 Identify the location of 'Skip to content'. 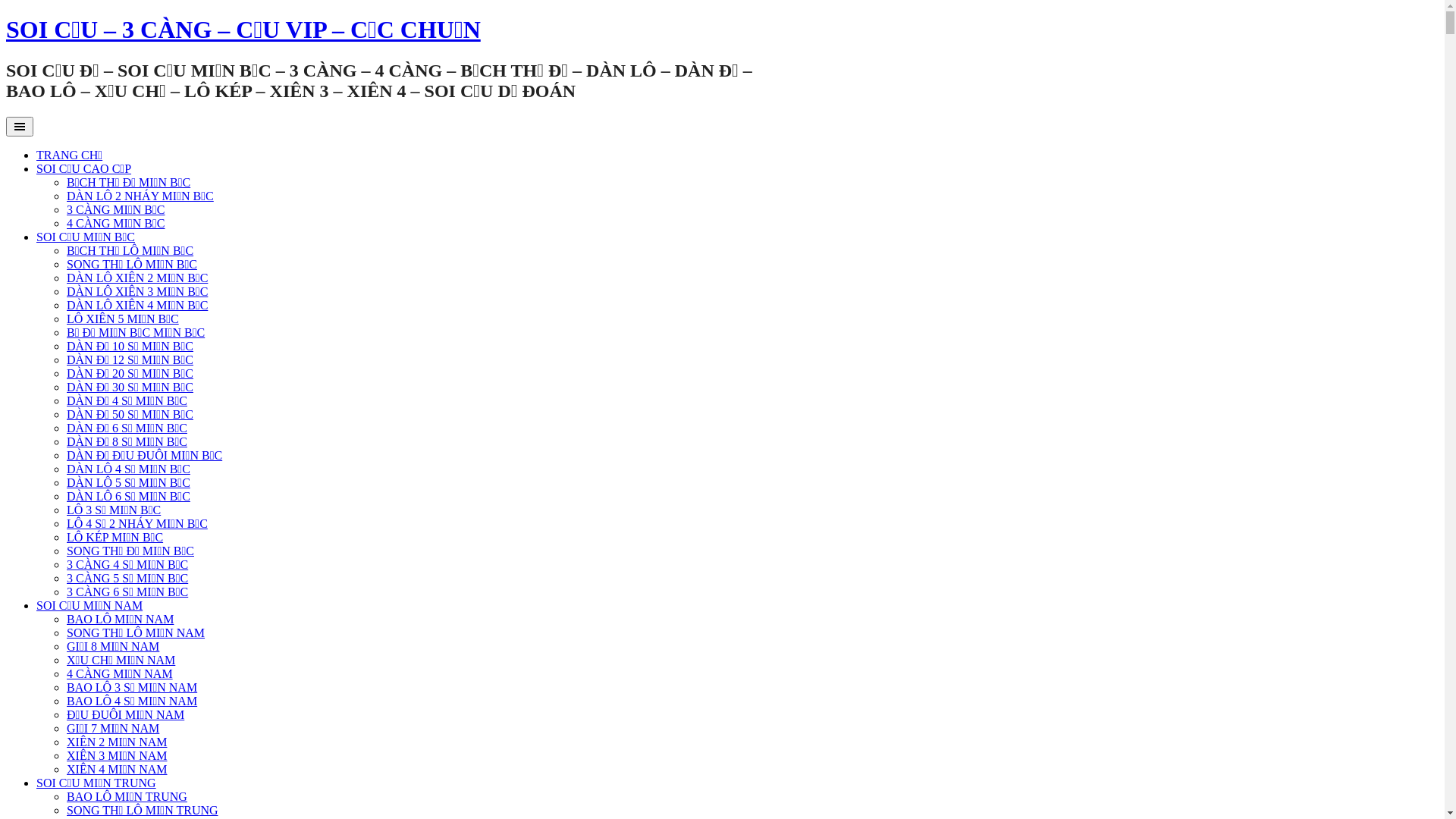
(5, 15).